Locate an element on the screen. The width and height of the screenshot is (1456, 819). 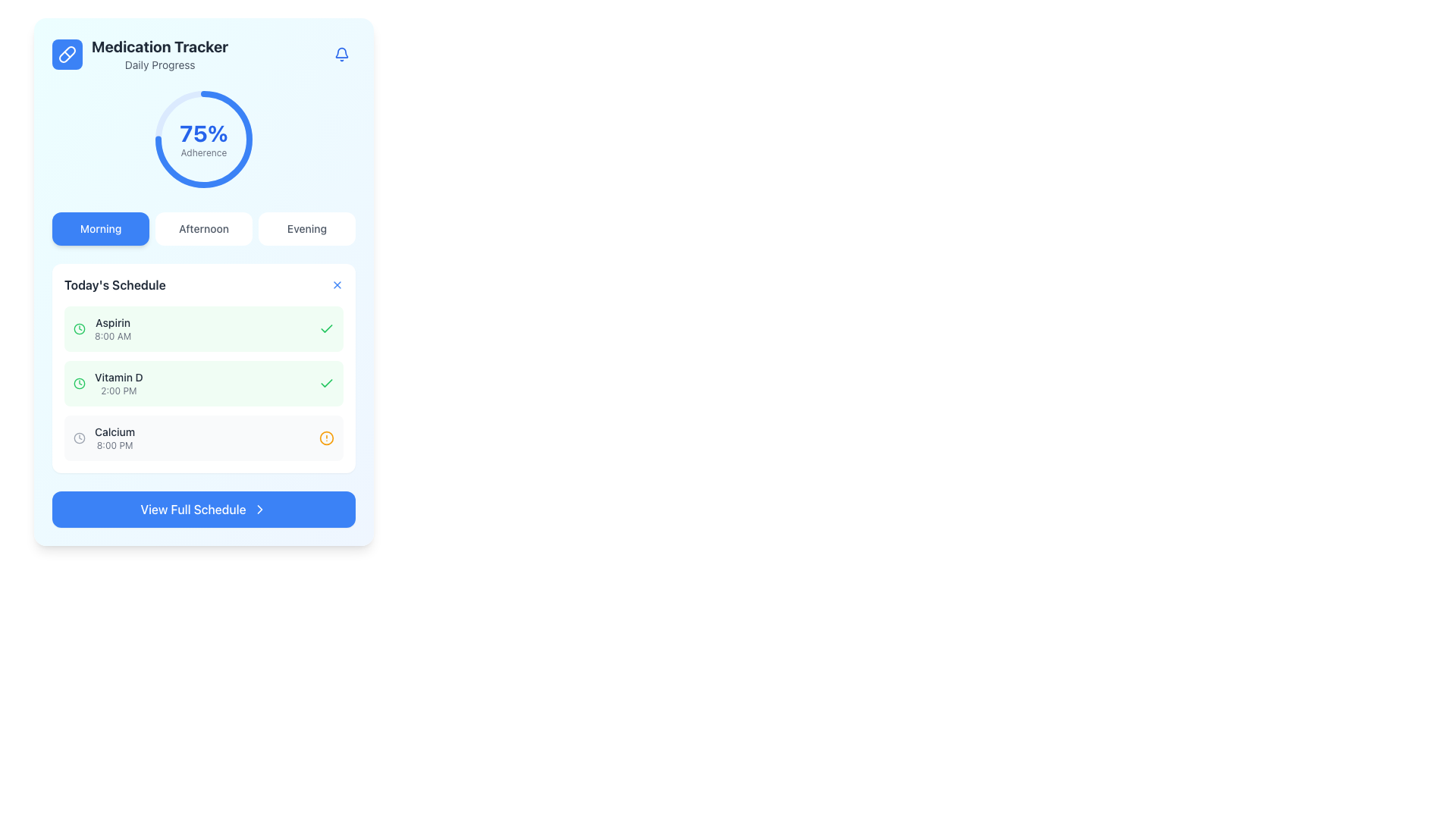
the percentage value displayed in the Circular Progress Indicator located in the upper section of the 'Medication Tracker' card, below the 'Medication Tracker' and 'Daily Progress' labels is located at coordinates (202, 140).